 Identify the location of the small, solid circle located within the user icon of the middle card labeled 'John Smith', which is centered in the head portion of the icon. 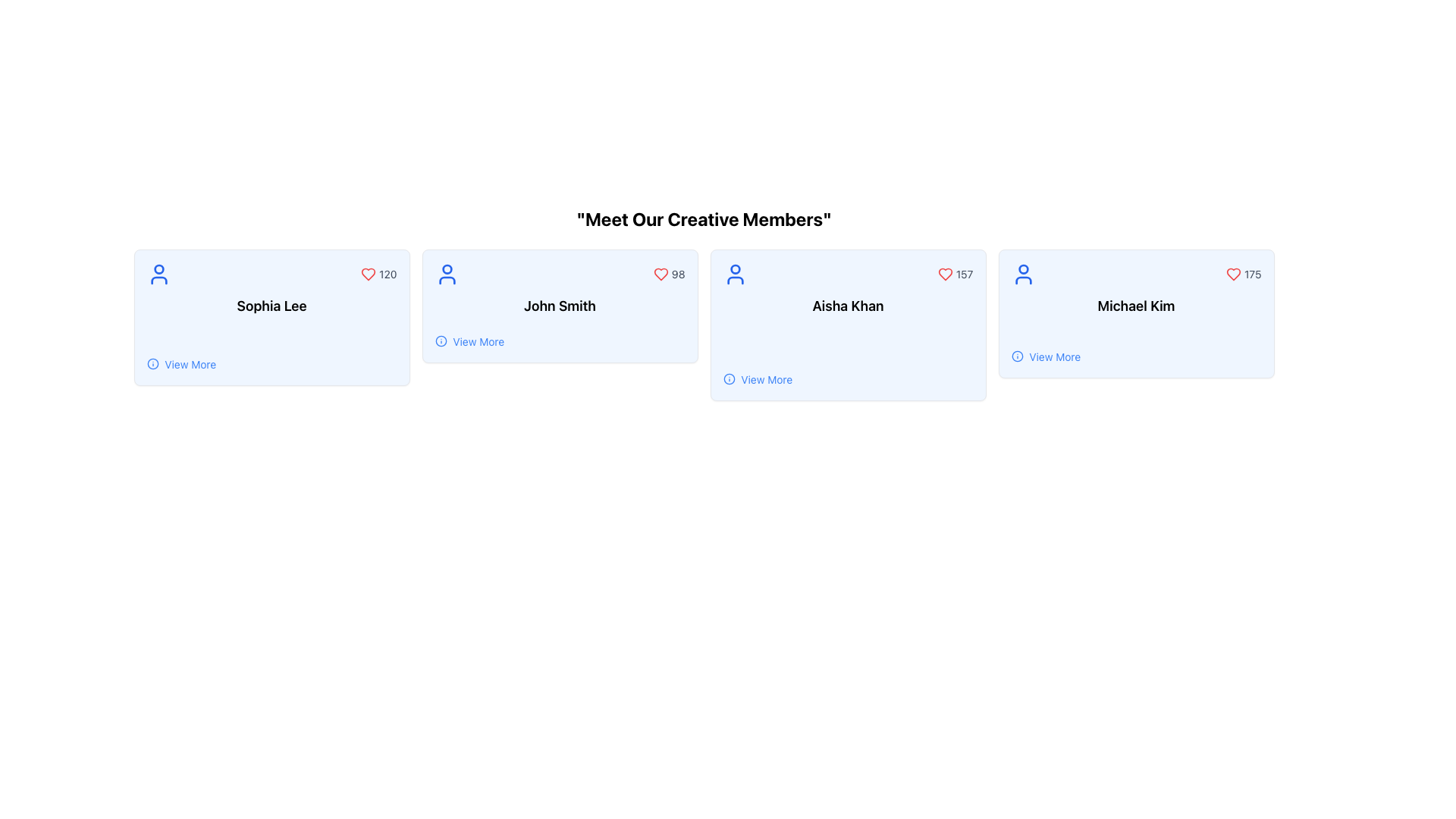
(446, 268).